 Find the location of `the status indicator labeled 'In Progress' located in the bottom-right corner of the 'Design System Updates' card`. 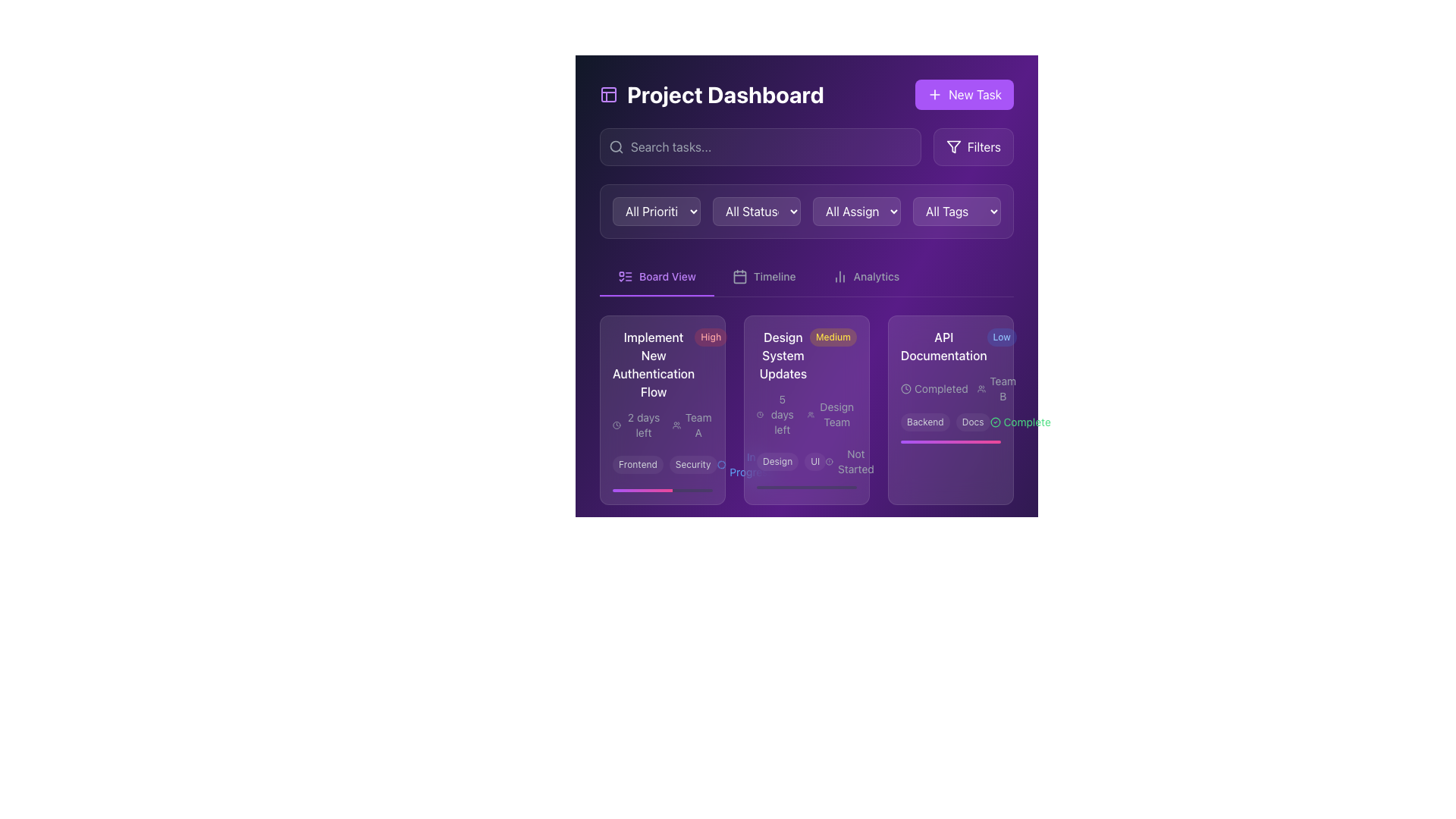

the status indicator labeled 'In Progress' located in the bottom-right corner of the 'Design System Updates' card is located at coordinates (747, 636).